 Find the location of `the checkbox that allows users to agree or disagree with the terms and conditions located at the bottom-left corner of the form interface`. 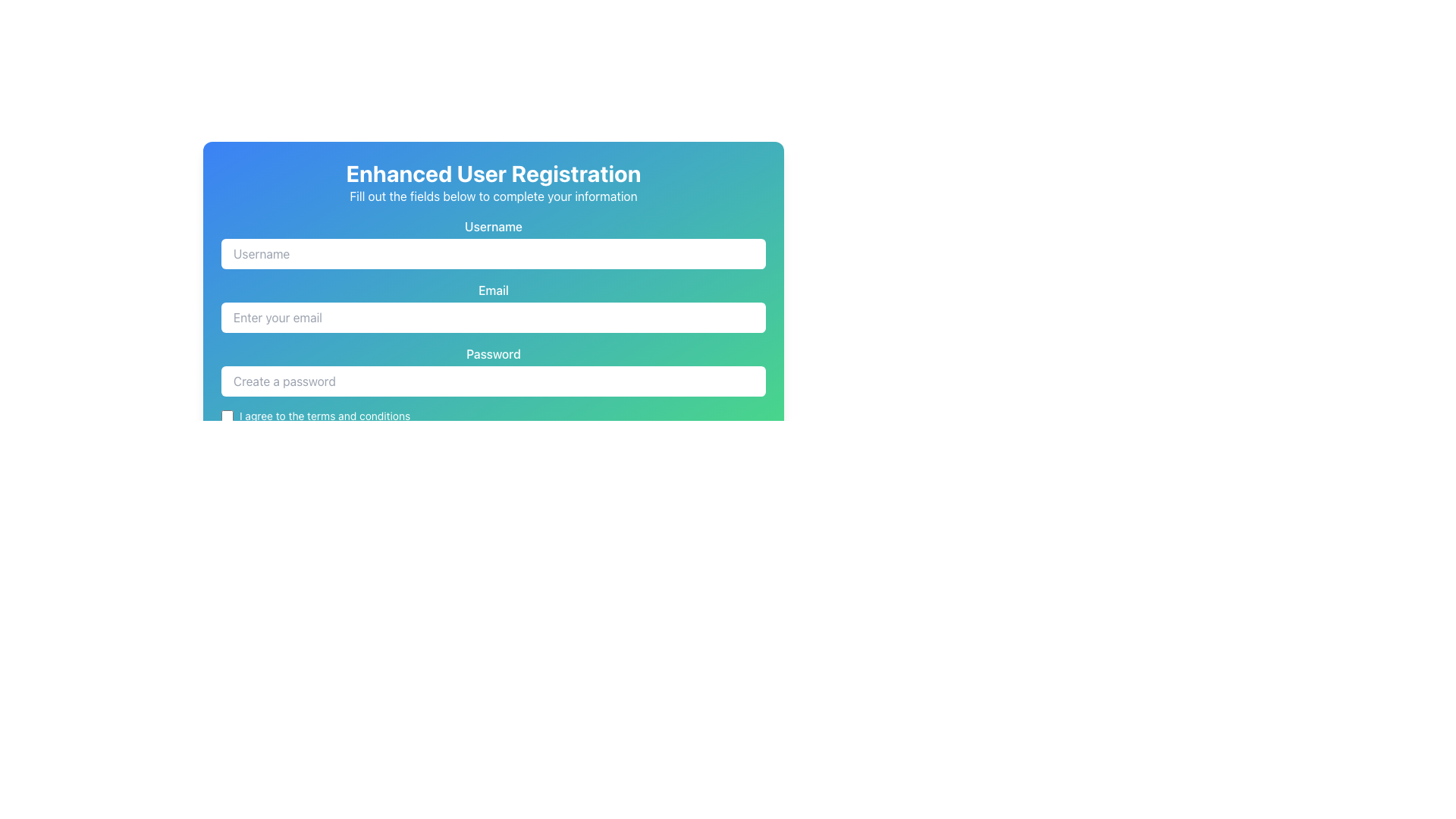

the checkbox that allows users to agree or disagree with the terms and conditions located at the bottom-left corner of the form interface is located at coordinates (226, 416).